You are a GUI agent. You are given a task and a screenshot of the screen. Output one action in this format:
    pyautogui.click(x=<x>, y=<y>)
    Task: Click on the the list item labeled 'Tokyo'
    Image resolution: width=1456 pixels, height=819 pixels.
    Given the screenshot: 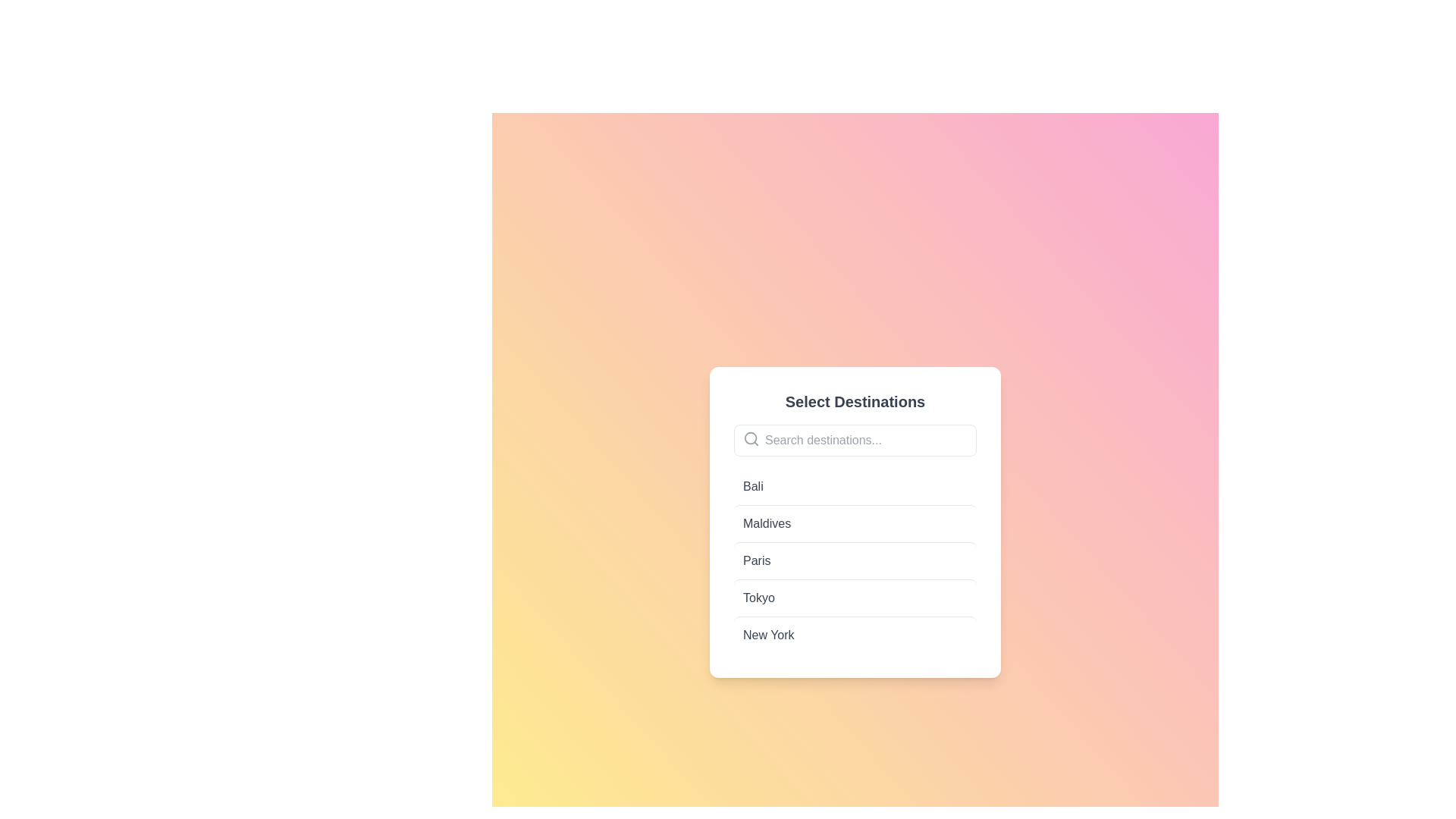 What is the action you would take?
    pyautogui.click(x=855, y=596)
    